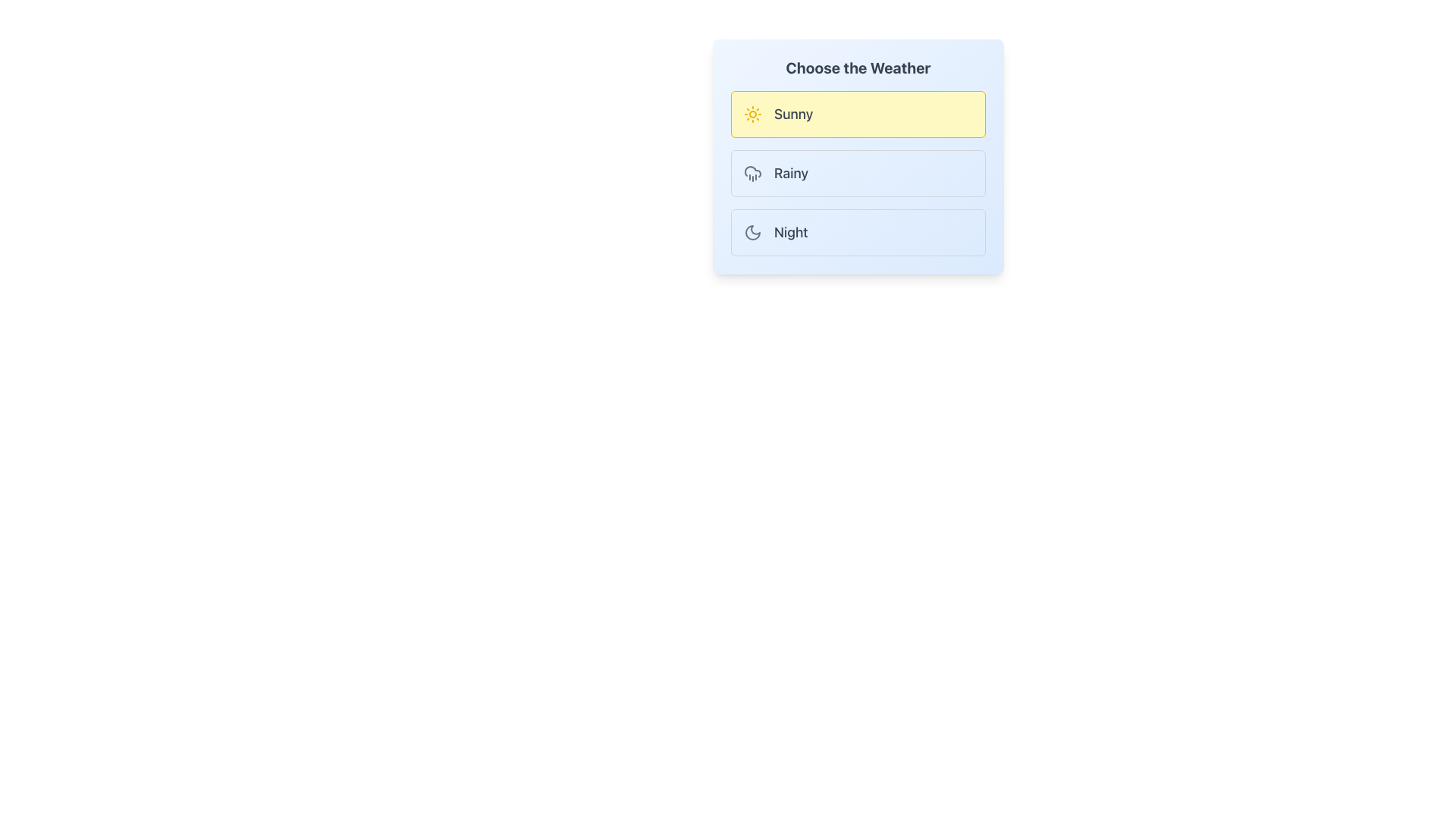 This screenshot has width=1456, height=819. What do you see at coordinates (790, 172) in the screenshot?
I see `the text label displaying 'Rainy', which is styled in gray and positioned within a selectable box to the right of the rain icon` at bounding box center [790, 172].